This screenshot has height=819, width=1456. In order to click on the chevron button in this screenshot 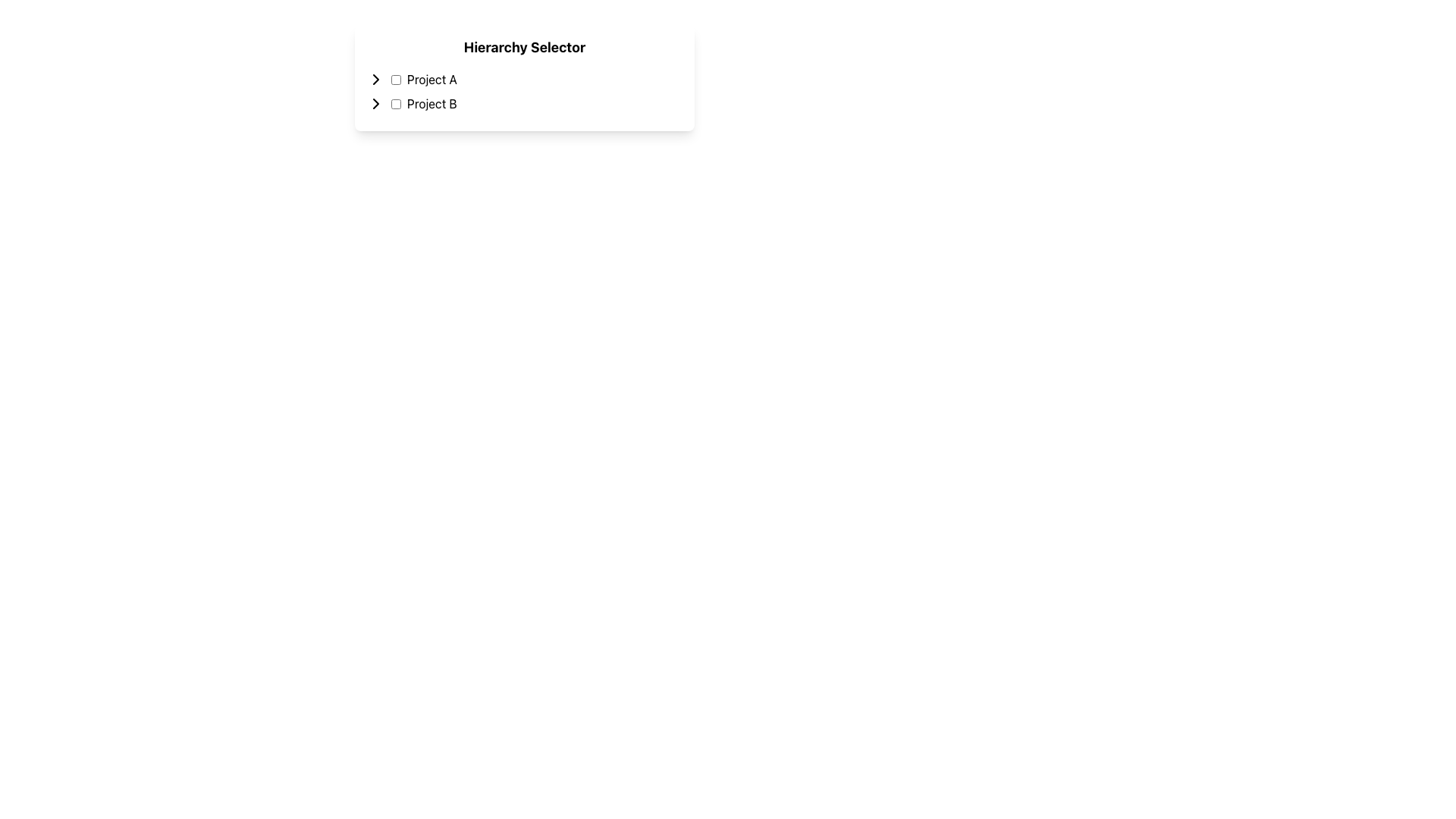, I will do `click(375, 103)`.